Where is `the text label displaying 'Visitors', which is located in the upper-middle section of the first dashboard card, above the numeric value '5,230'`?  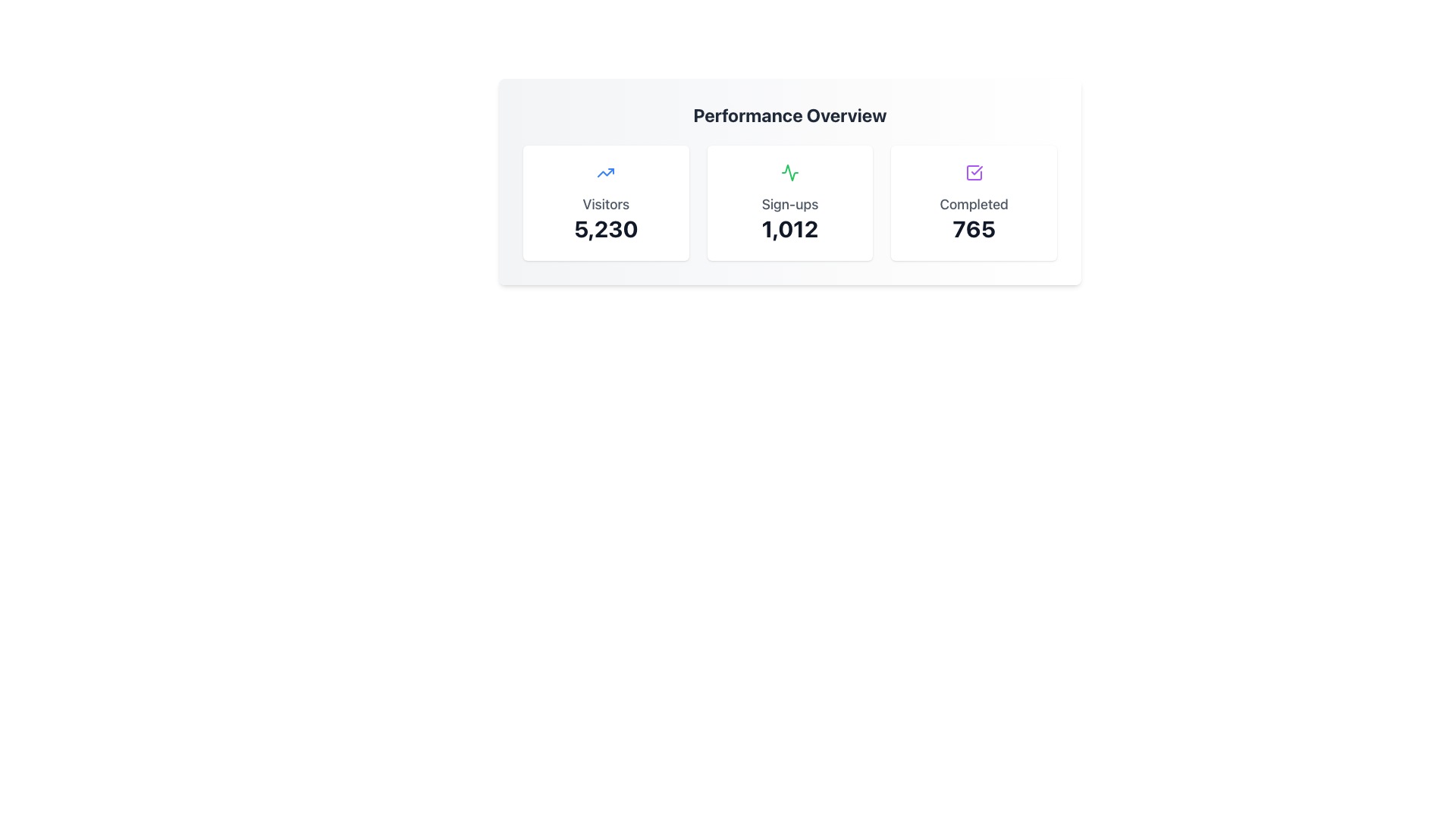 the text label displaying 'Visitors', which is located in the upper-middle section of the first dashboard card, above the numeric value '5,230' is located at coordinates (605, 205).